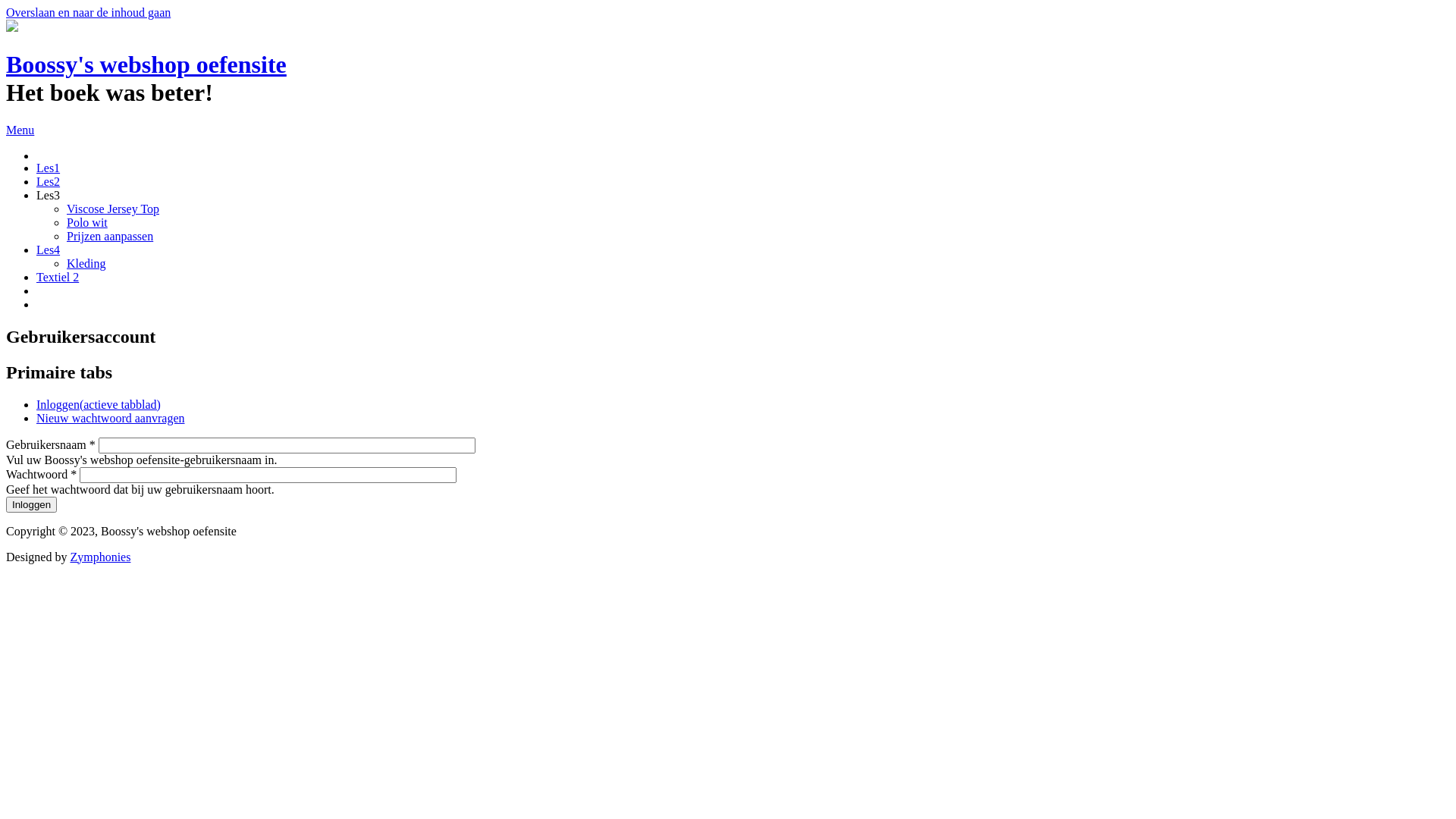 This screenshot has width=1456, height=819. Describe the element at coordinates (86, 262) in the screenshot. I see `'Kleding'` at that location.